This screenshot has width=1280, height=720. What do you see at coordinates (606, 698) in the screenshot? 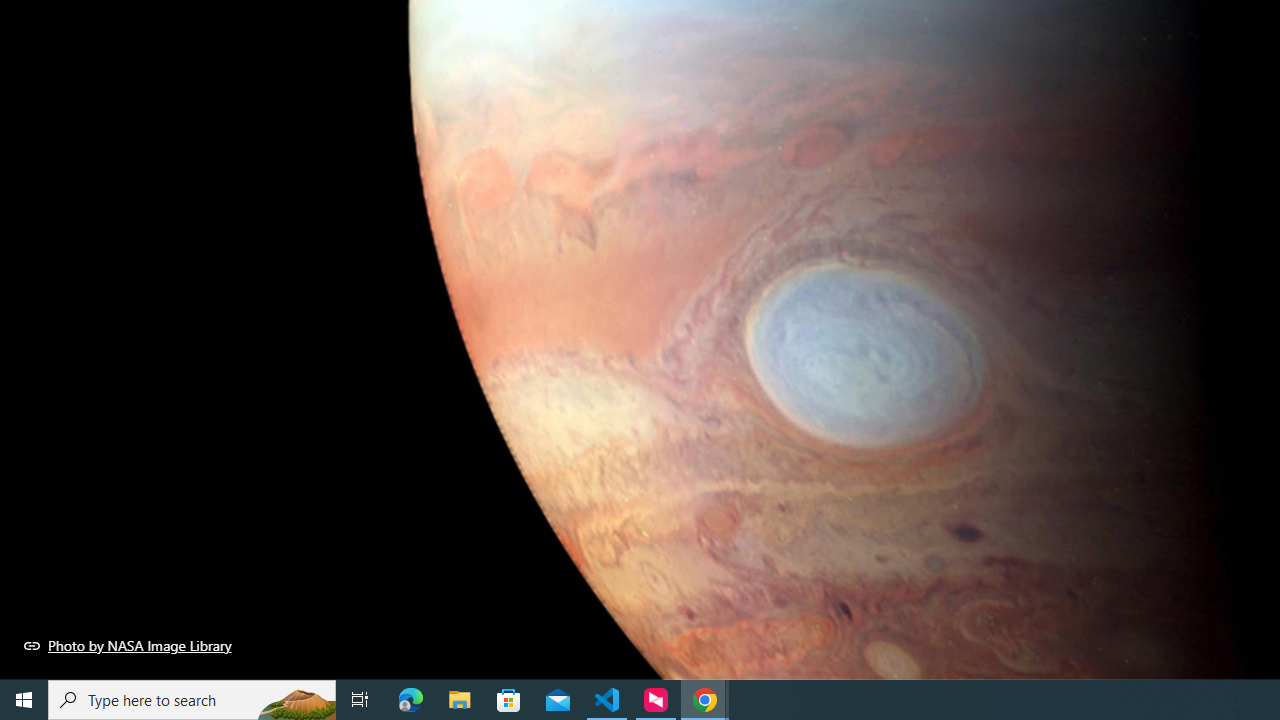
I see `'Visual Studio Code - 1 running window'` at bounding box center [606, 698].